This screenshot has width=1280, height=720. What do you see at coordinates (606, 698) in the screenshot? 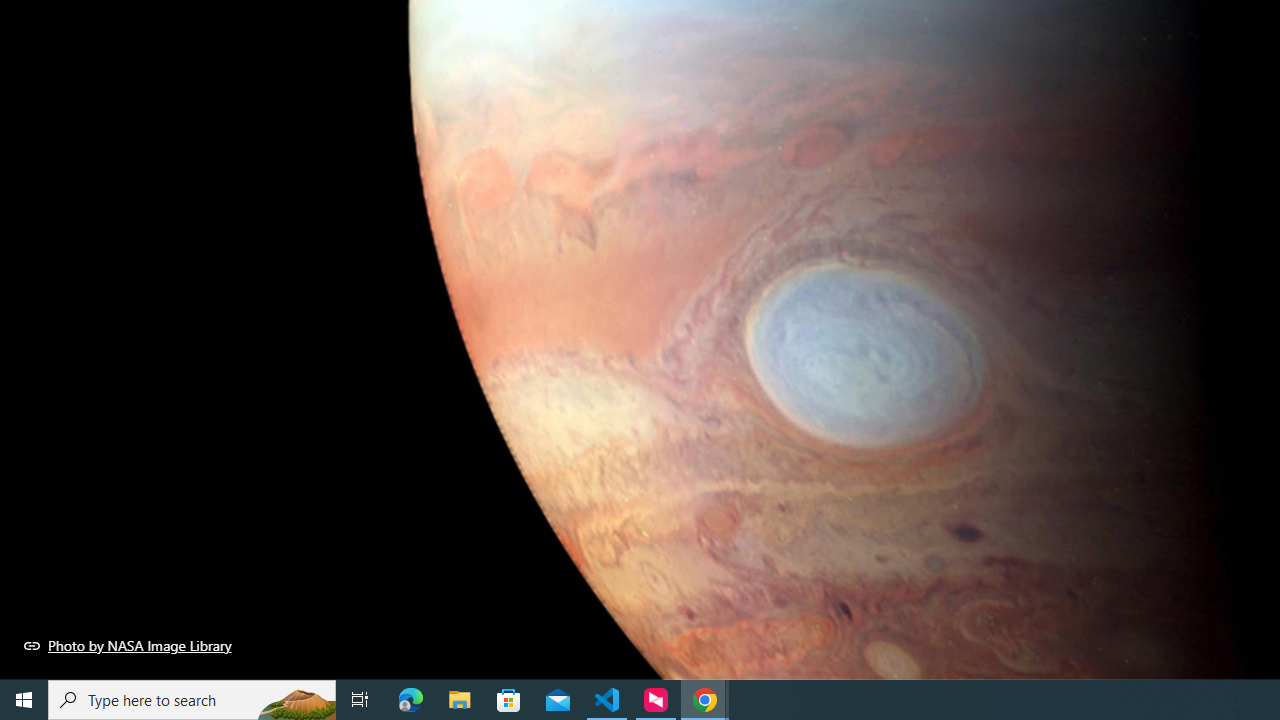
I see `'Visual Studio Code - 1 running window'` at bounding box center [606, 698].